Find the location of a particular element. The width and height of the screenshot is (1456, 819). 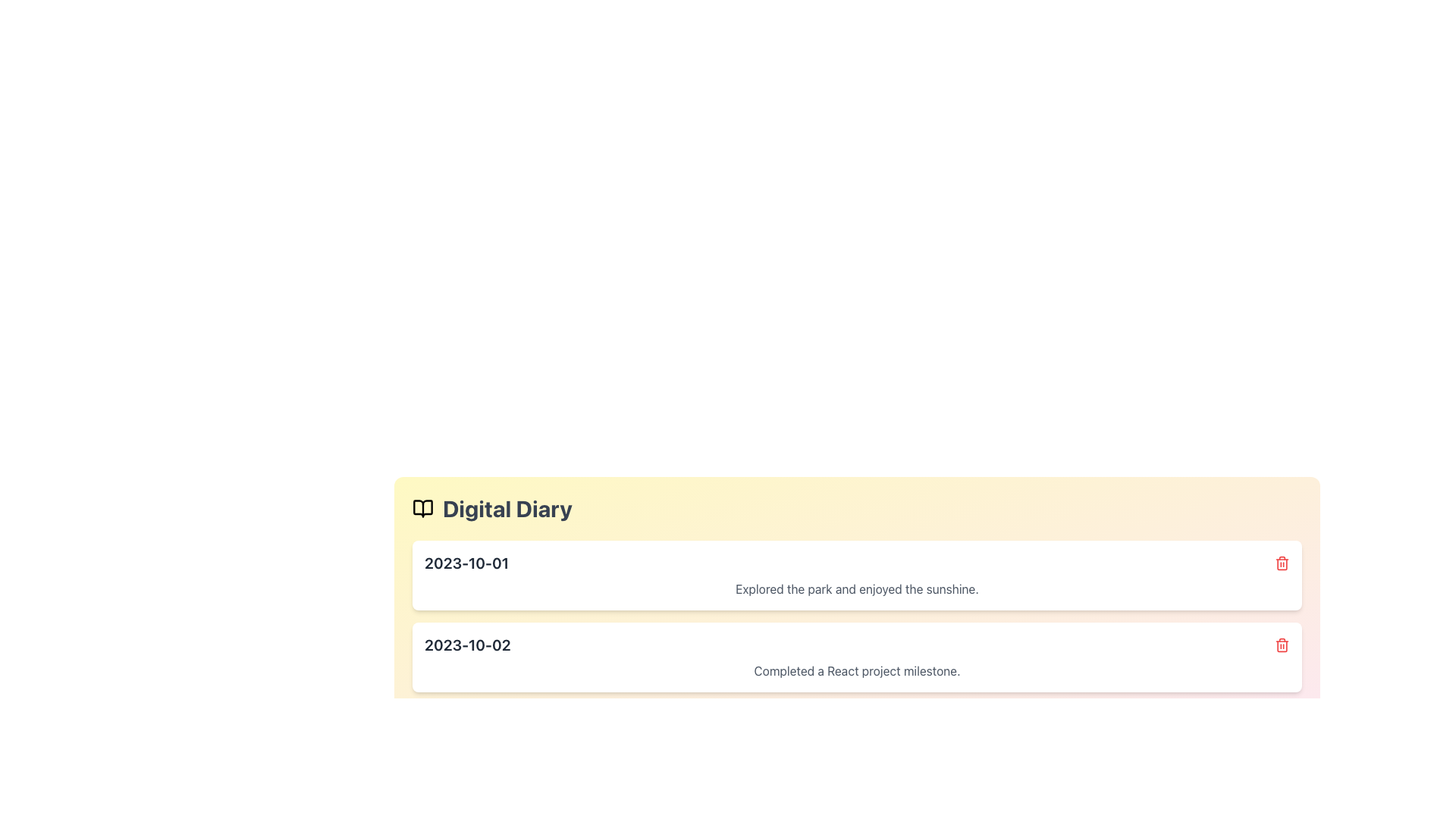

the text label displaying '2023-10-01', which is styled with bold and large font and located at the top of the list under the 'Digital Diary' section is located at coordinates (466, 563).